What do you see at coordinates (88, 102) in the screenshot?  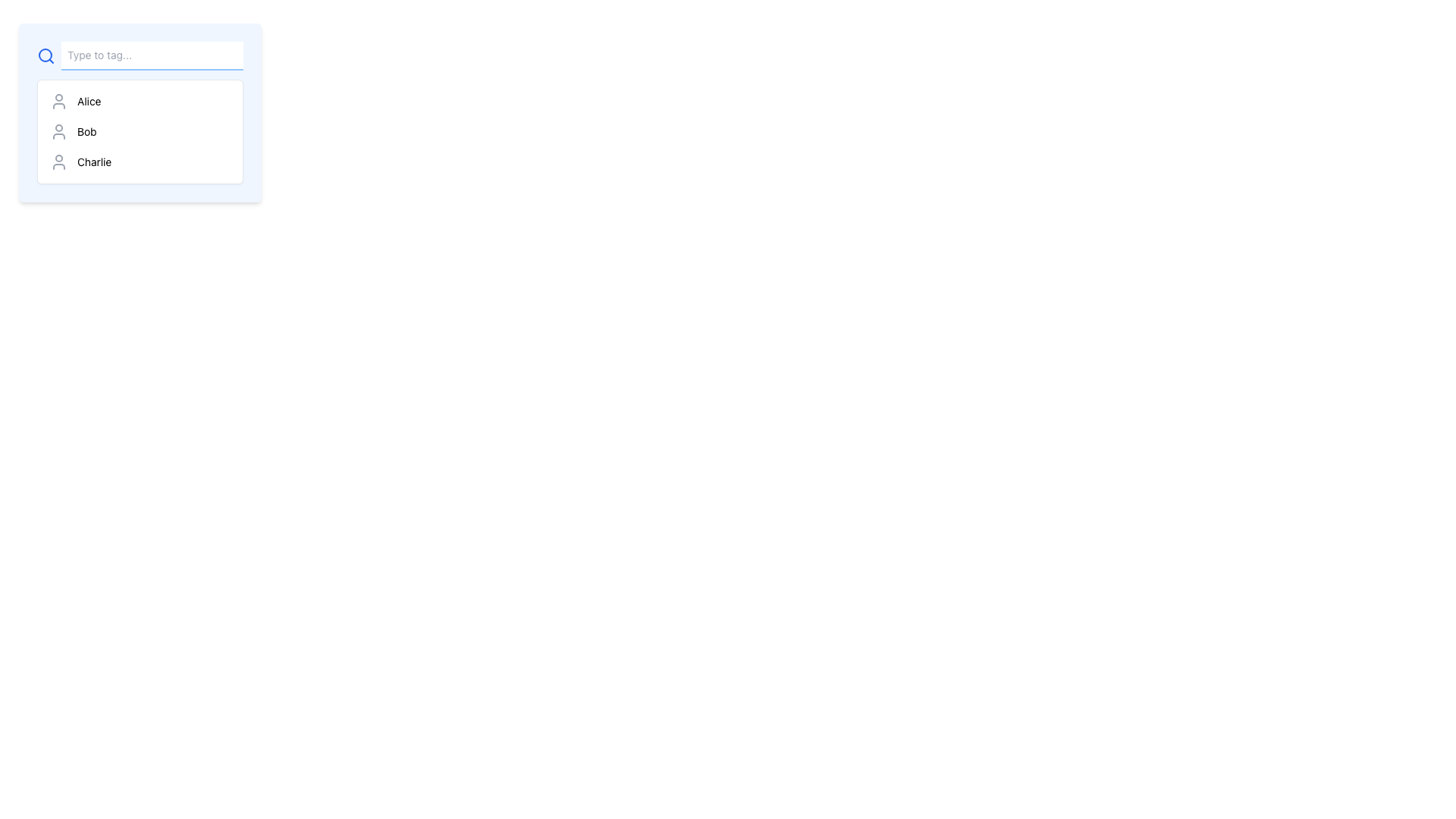 I see `the text label displaying 'Alice'` at bounding box center [88, 102].